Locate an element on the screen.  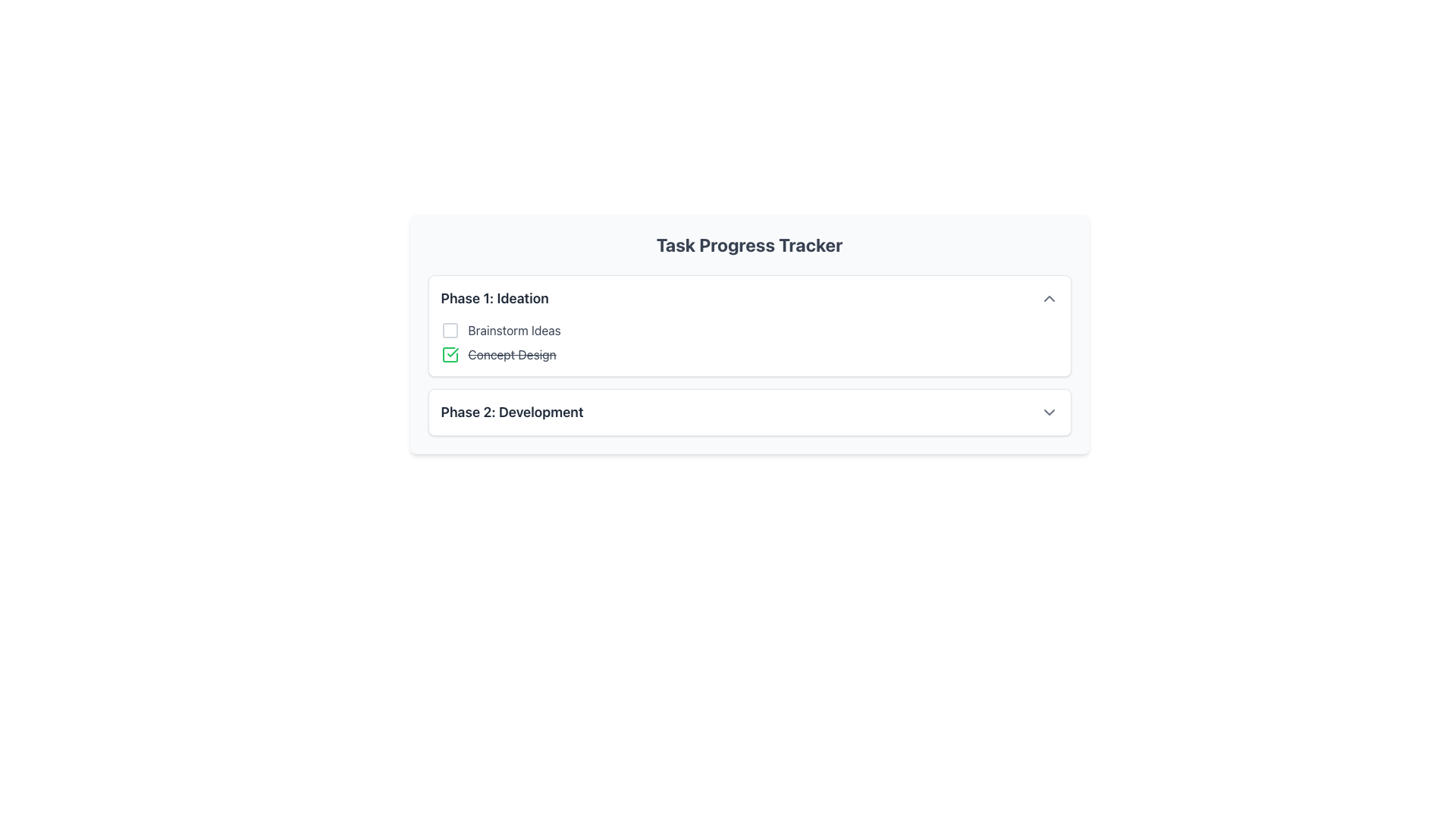
the upward-pointing chevron icon with a white fill and gray outline, located beside the label 'Phase 1: Ideation' is located at coordinates (1048, 298).